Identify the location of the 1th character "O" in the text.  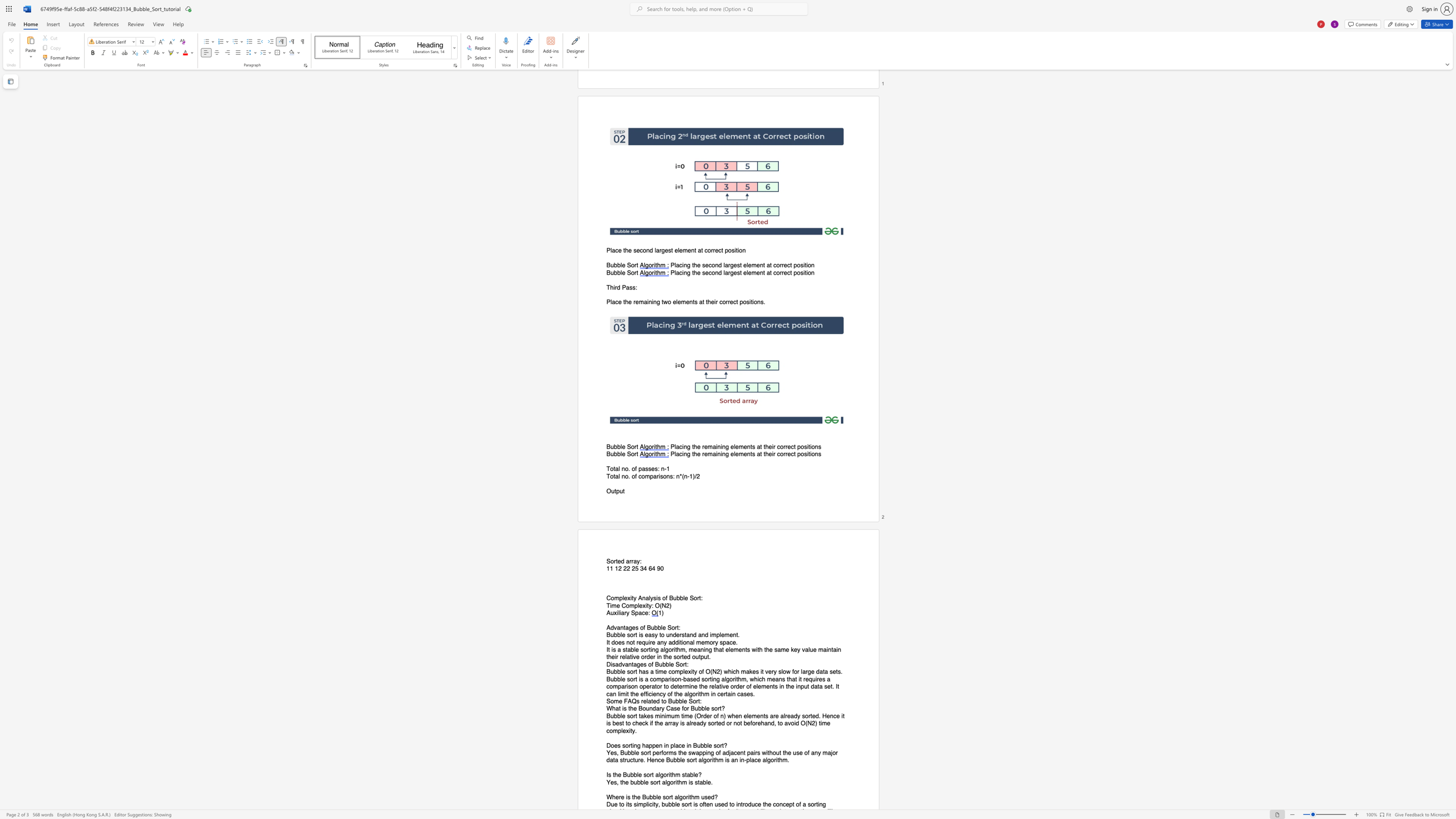
(708, 671).